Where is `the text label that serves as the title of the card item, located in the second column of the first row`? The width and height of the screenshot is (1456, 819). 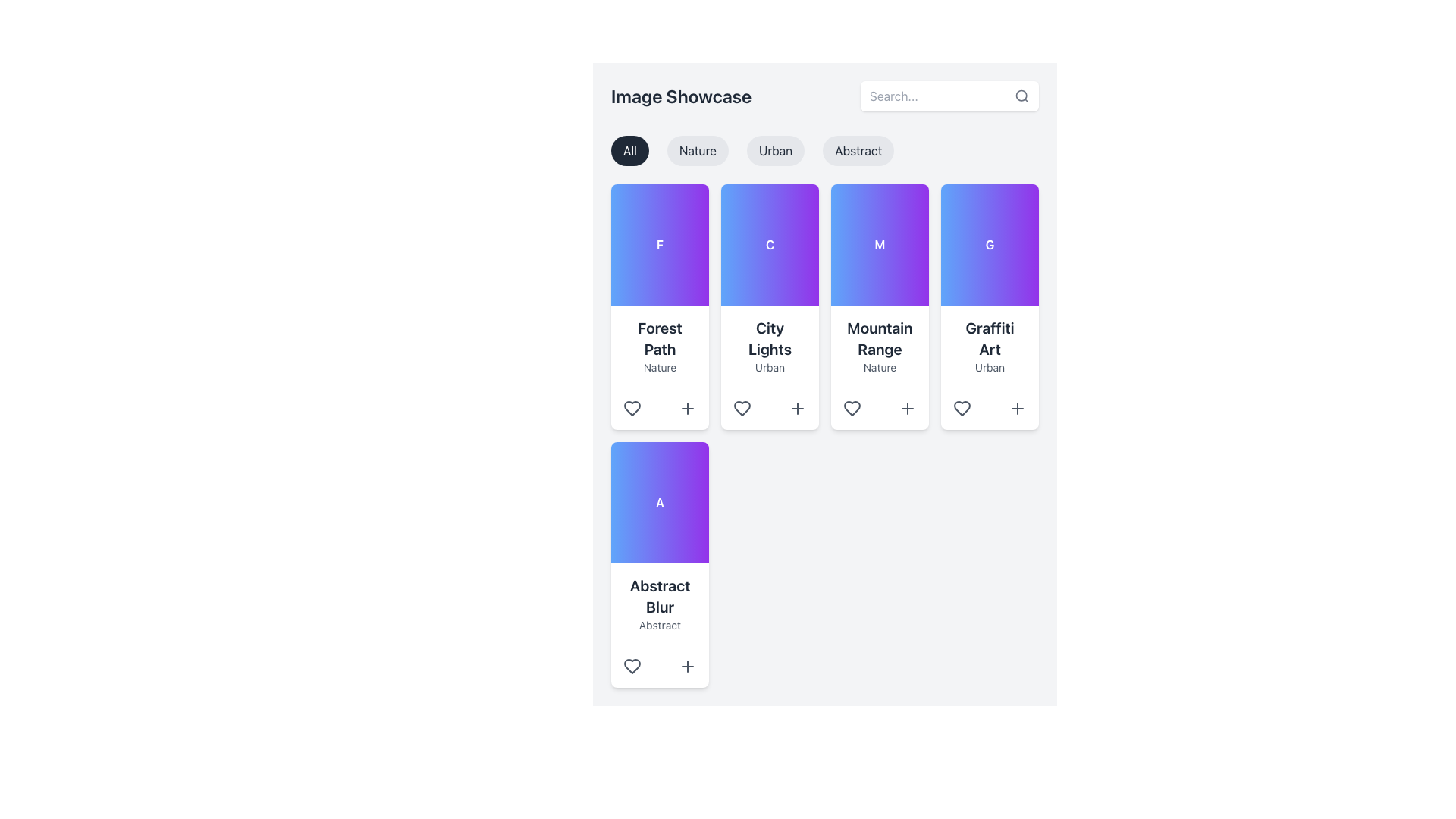
the text label that serves as the title of the card item, located in the second column of the first row is located at coordinates (770, 338).